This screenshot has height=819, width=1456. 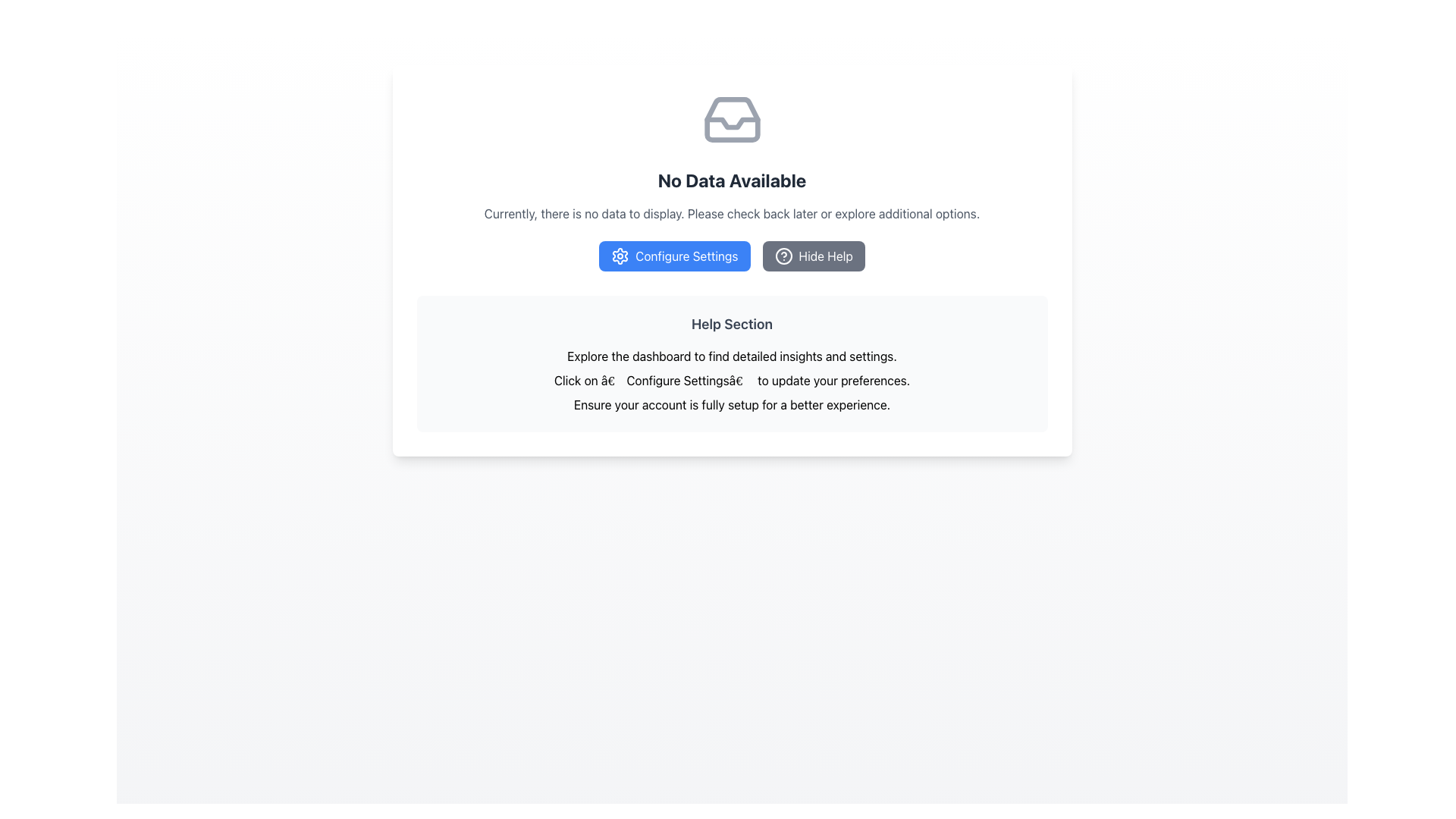 What do you see at coordinates (732, 119) in the screenshot?
I see `the inbox icon with a gray outline located at the top-center of the card-like section, positioned above the text 'No Data Available'` at bounding box center [732, 119].